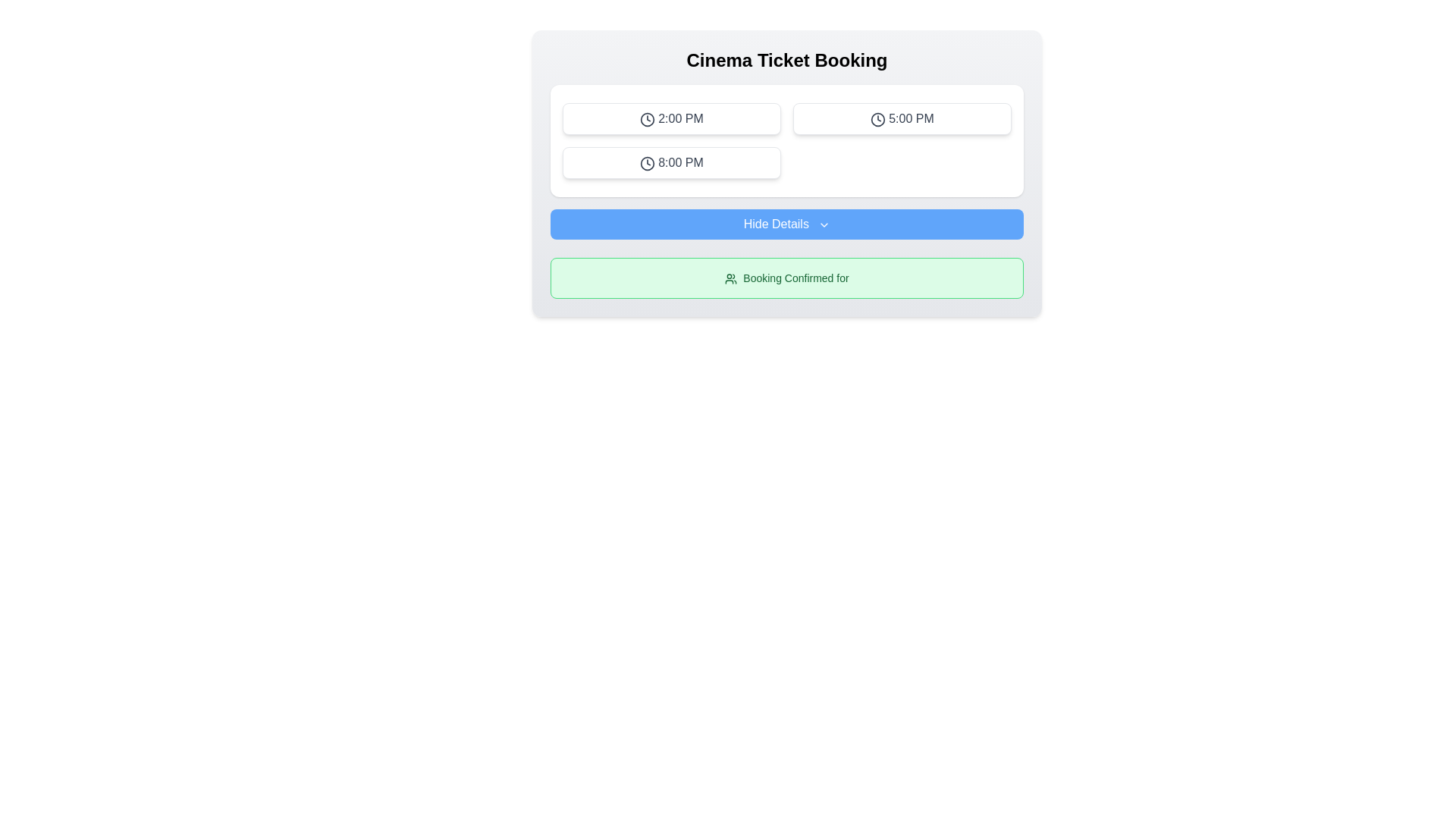 Image resolution: width=1456 pixels, height=819 pixels. What do you see at coordinates (786, 278) in the screenshot?
I see `the Notification box, which serves as a visual confirmation message indicating that a booking has been confirmed, located below the blue button labeled 'Hide Details'` at bounding box center [786, 278].